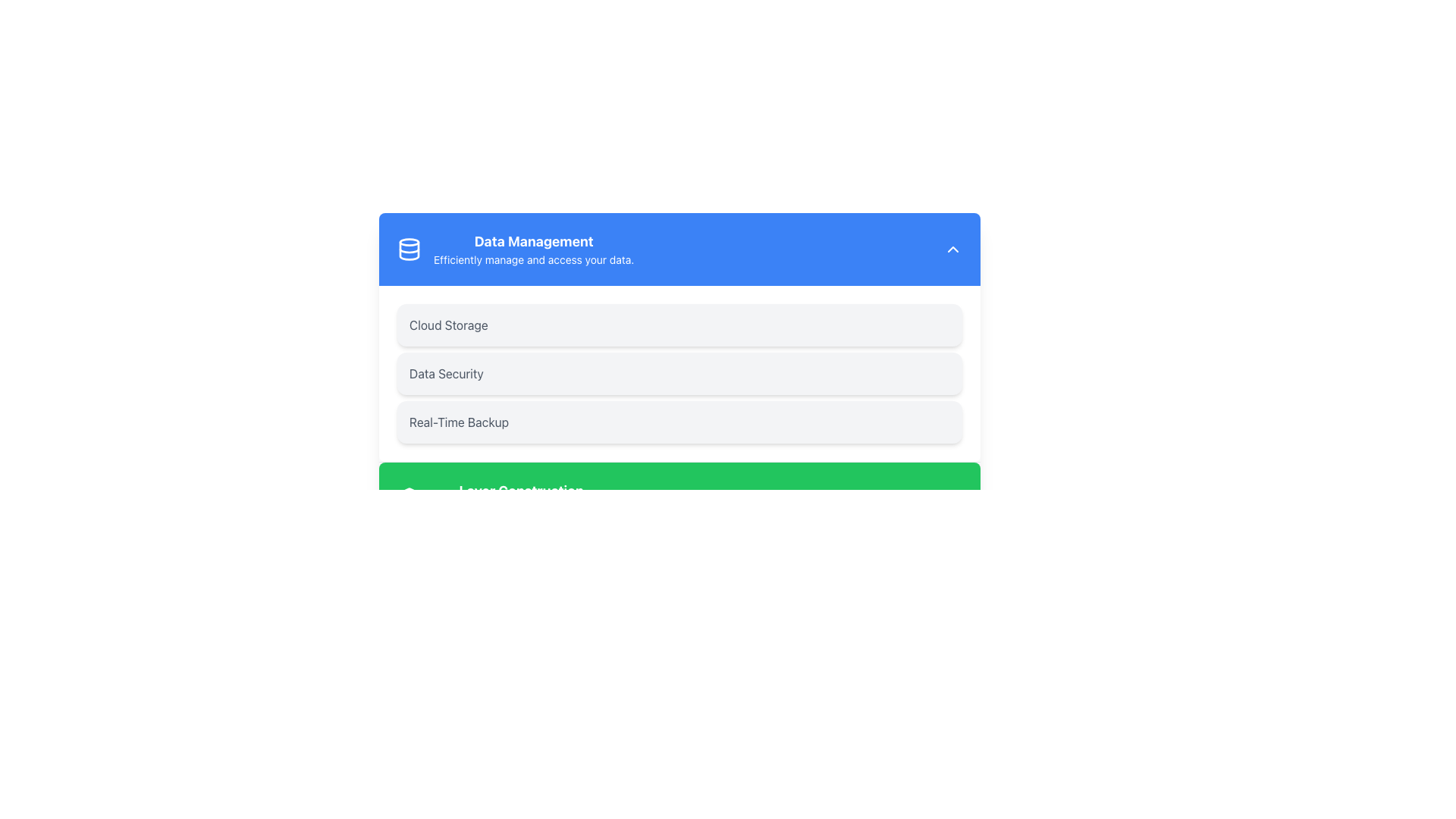  What do you see at coordinates (534, 241) in the screenshot?
I see `the prominent 'Data Management' heading, which is styled in bold and located in a blue header background next to a data storage icon` at bounding box center [534, 241].